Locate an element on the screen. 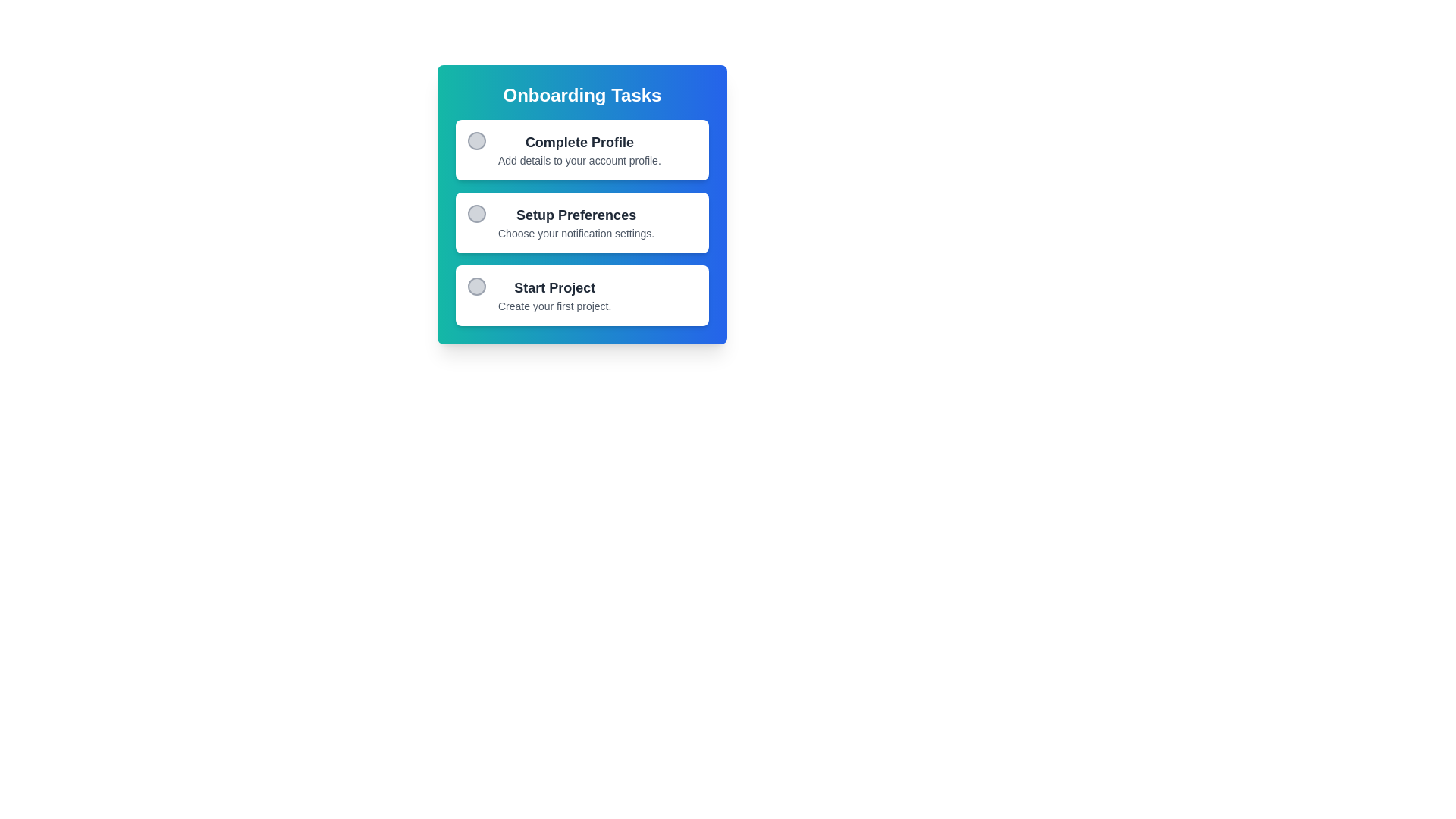 The width and height of the screenshot is (1456, 819). the Text block containing the headline 'Setup Preferences' and the subtitle 'Choose your notification settings' to read the text is located at coordinates (576, 222).